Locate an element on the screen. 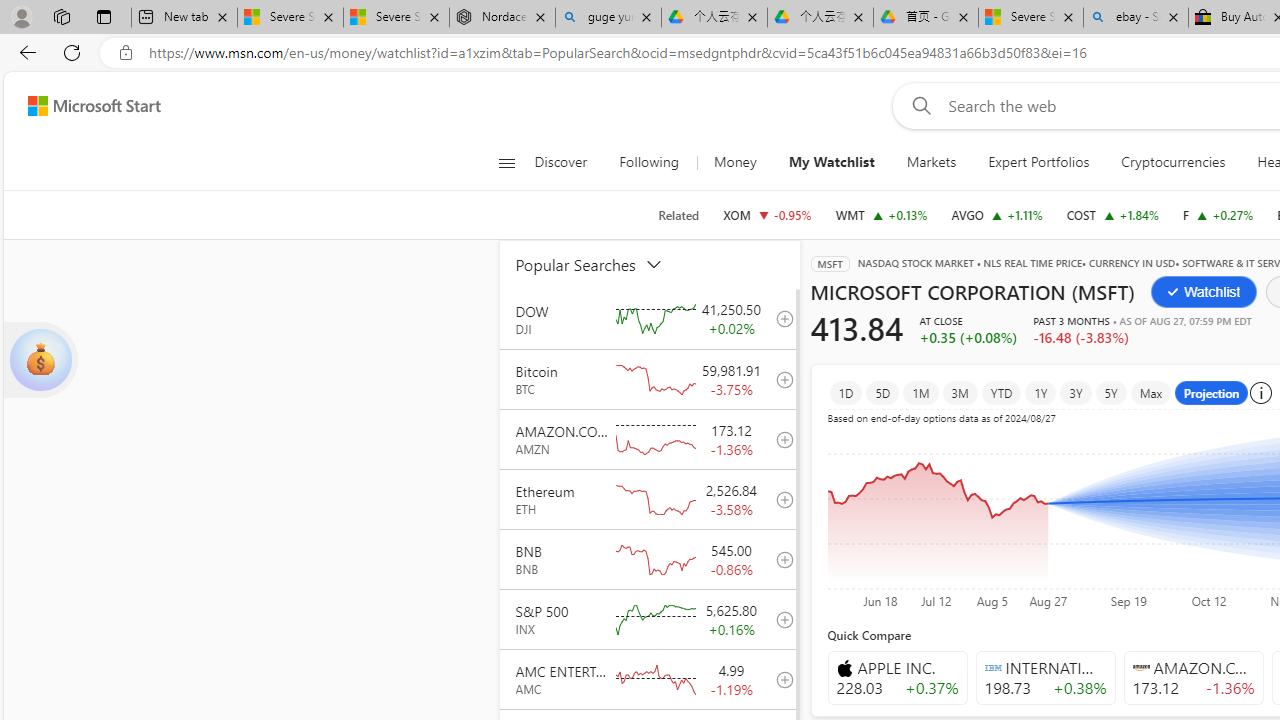 This screenshot has height=720, width=1280. 'F FORD MOTOR COMPANY increase 11.14 +0.03 +0.27%' is located at coordinates (1217, 214).